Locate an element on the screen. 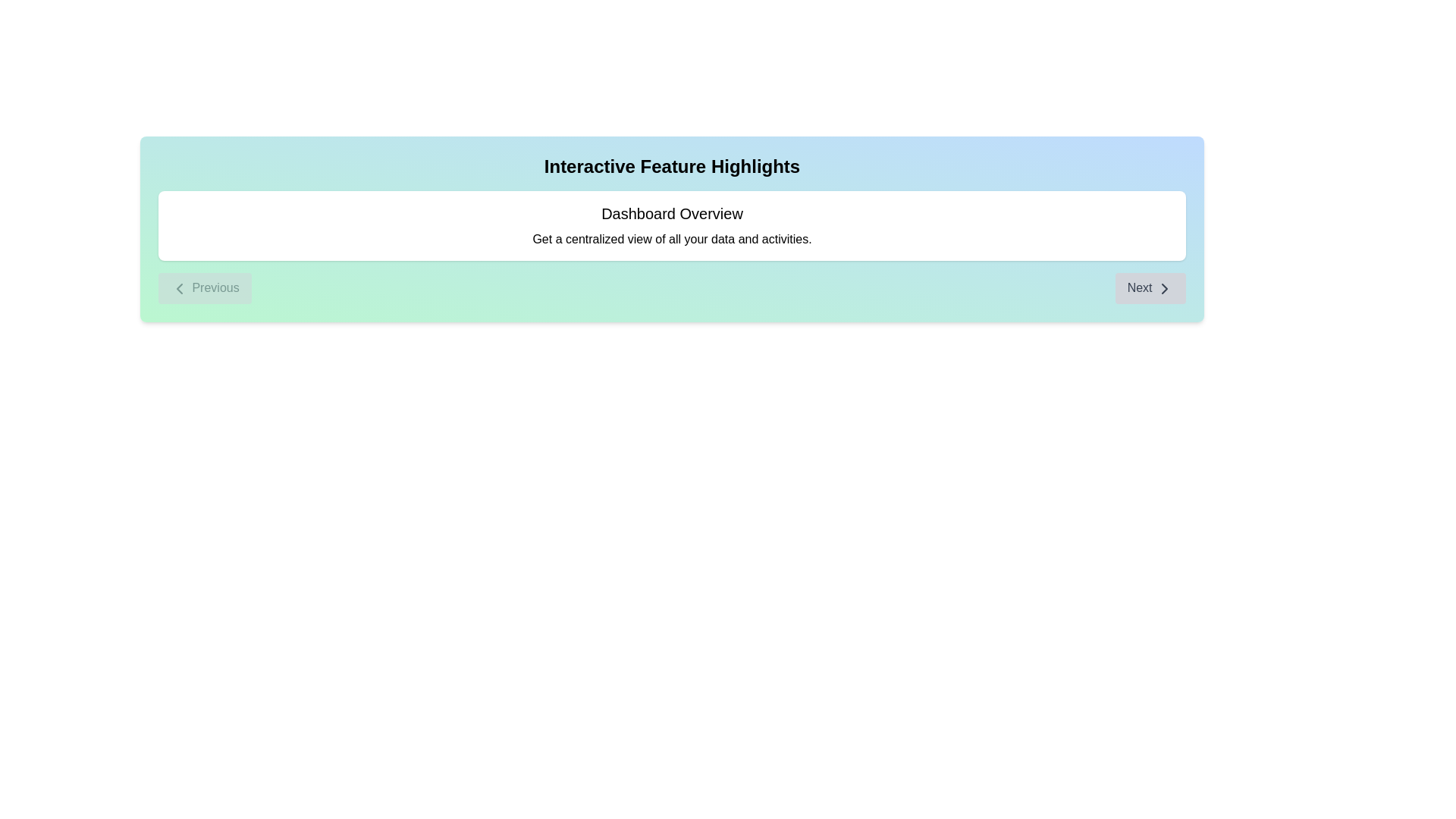  the Text Label that serves as a header or title, introducing the dashboard functionalities and insights is located at coordinates (671, 213).